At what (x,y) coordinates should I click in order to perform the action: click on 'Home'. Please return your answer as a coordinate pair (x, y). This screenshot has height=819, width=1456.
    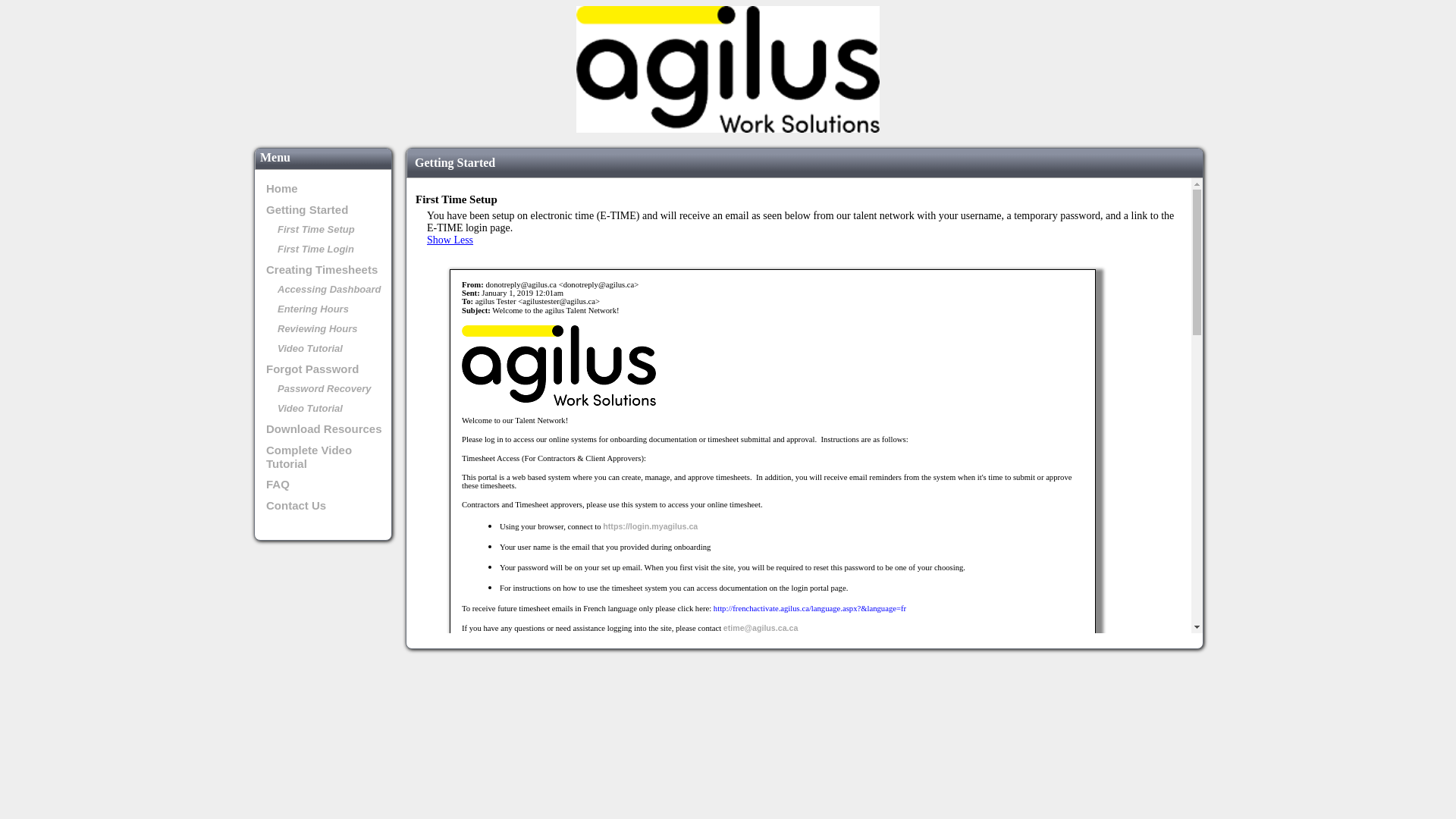
    Looking at the image, I should click on (281, 187).